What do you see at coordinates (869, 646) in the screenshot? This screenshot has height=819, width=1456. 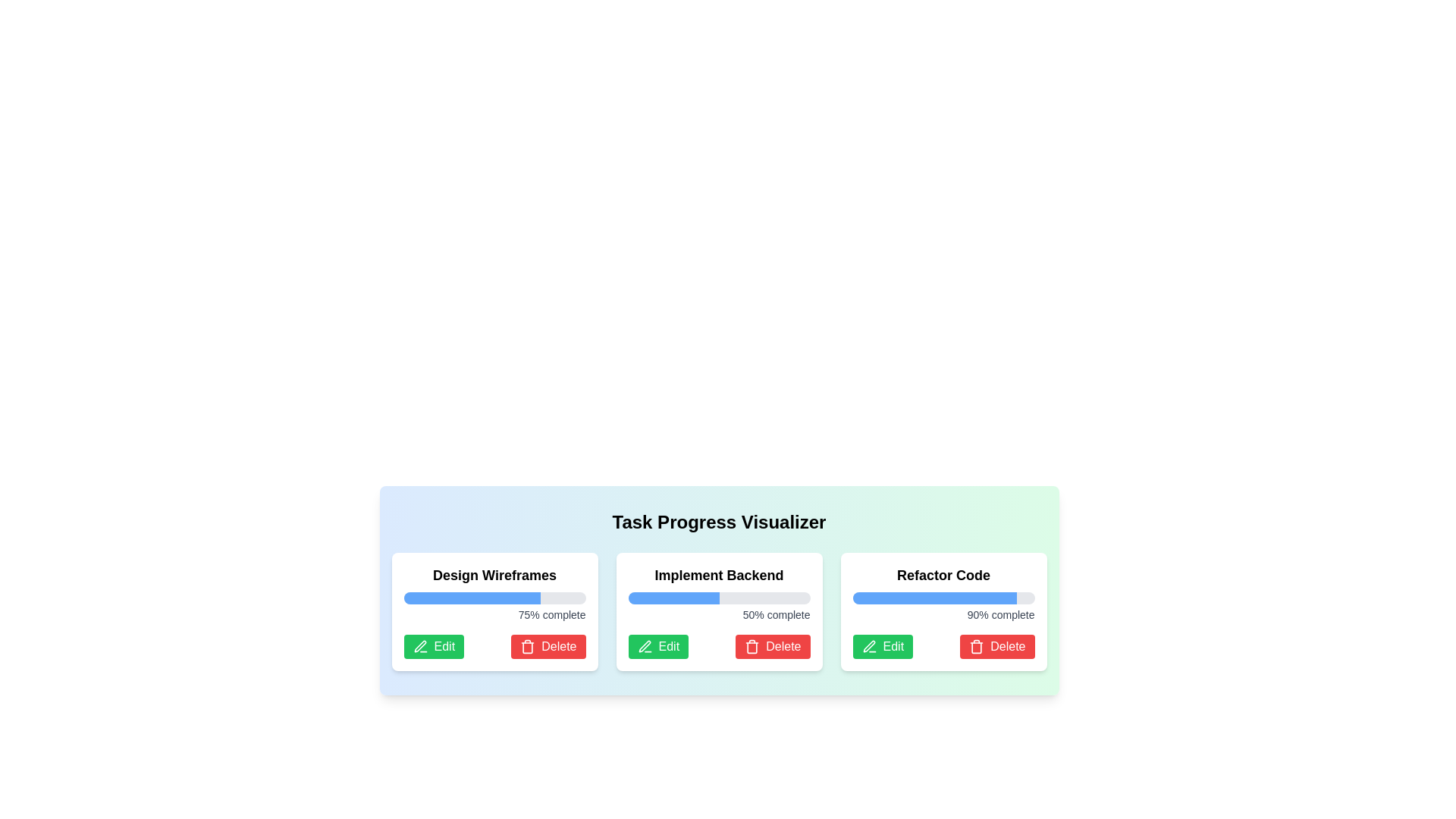 I see `the pen icon within the 'Edit' button located below the task titled 'Refactor Code'` at bounding box center [869, 646].